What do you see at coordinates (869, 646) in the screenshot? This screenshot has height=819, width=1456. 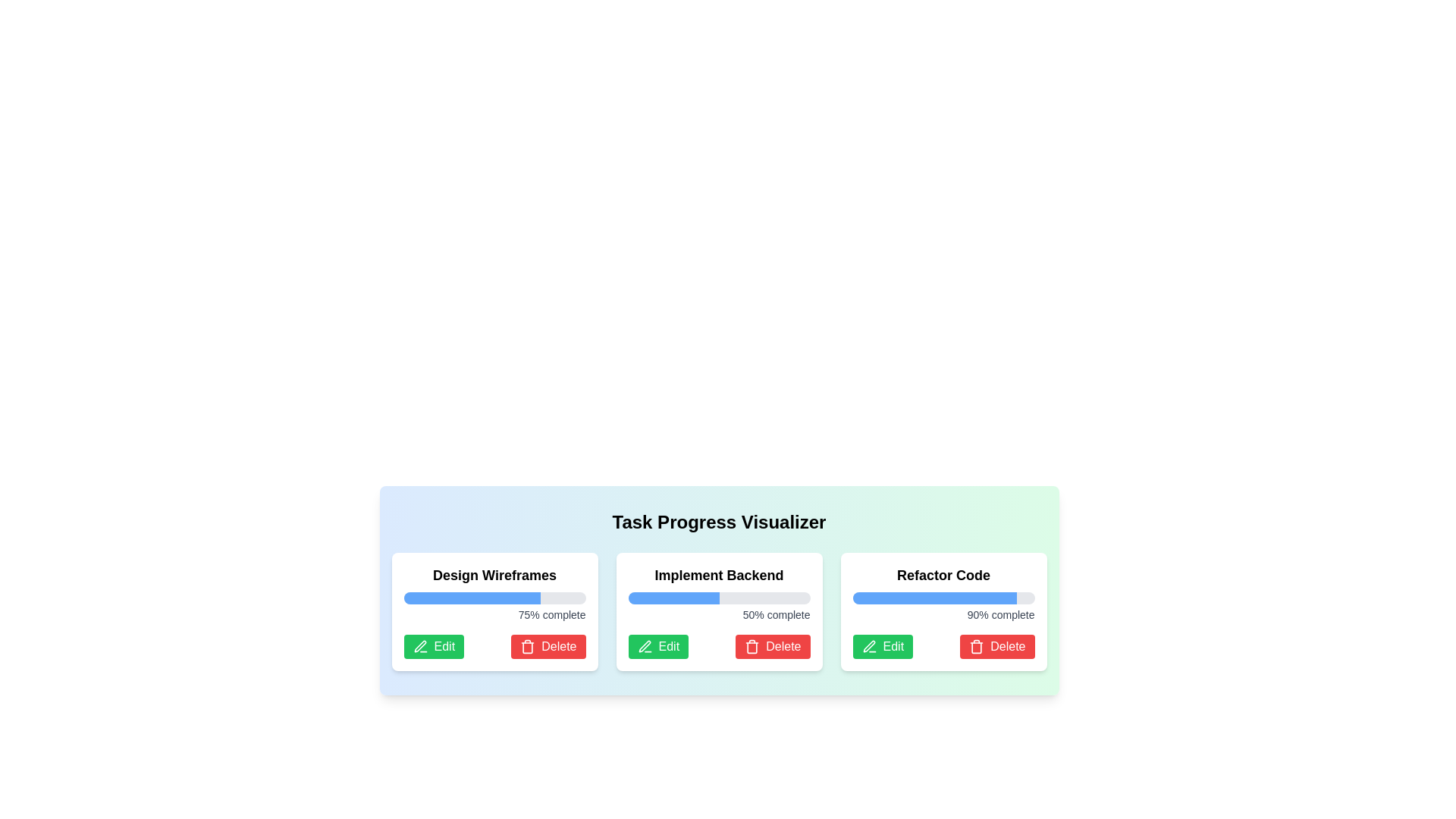 I see `the pen icon within the 'Edit' button located below the task titled 'Refactor Code'` at bounding box center [869, 646].